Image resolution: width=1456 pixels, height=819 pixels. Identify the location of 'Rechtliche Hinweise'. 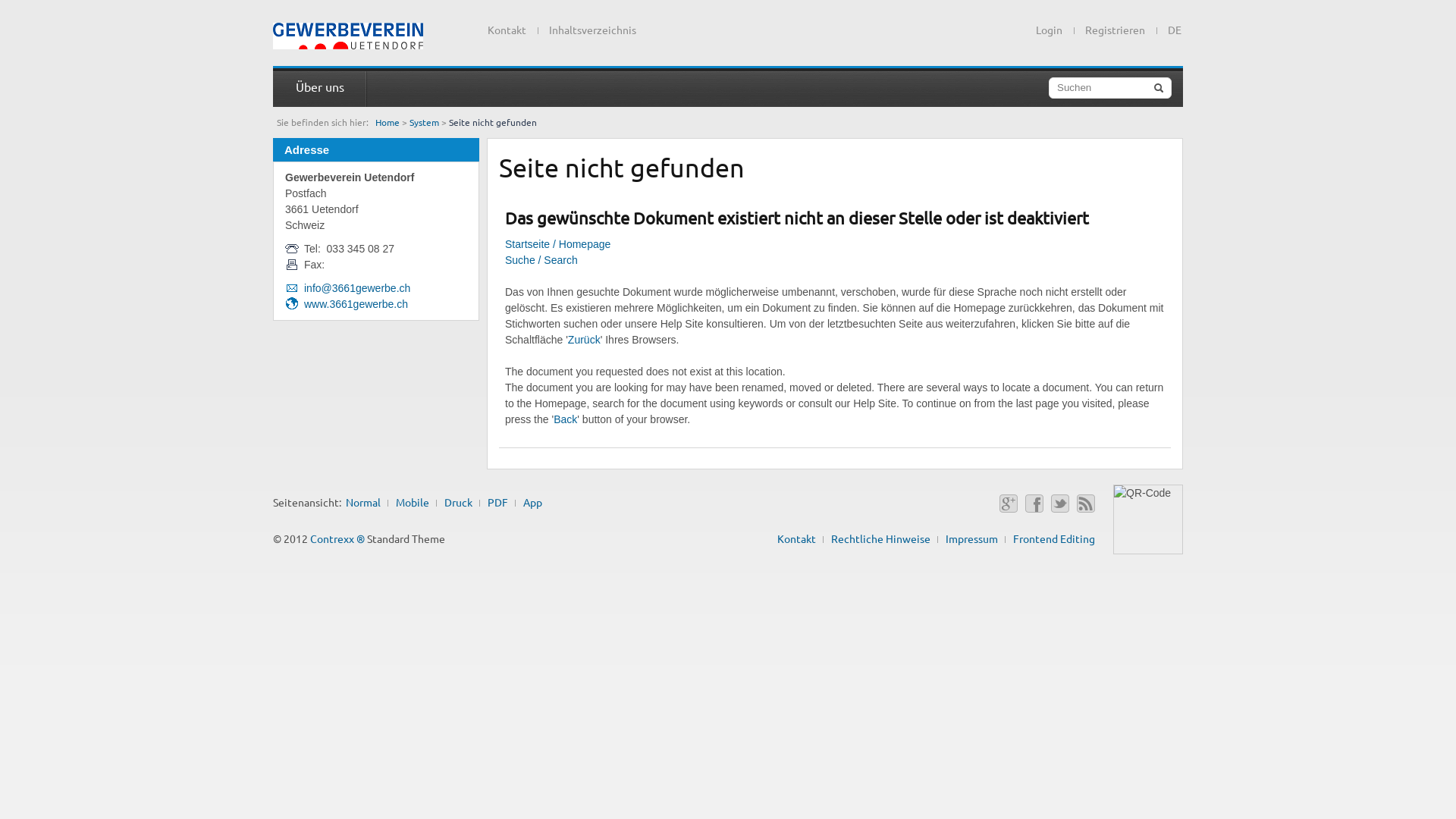
(880, 537).